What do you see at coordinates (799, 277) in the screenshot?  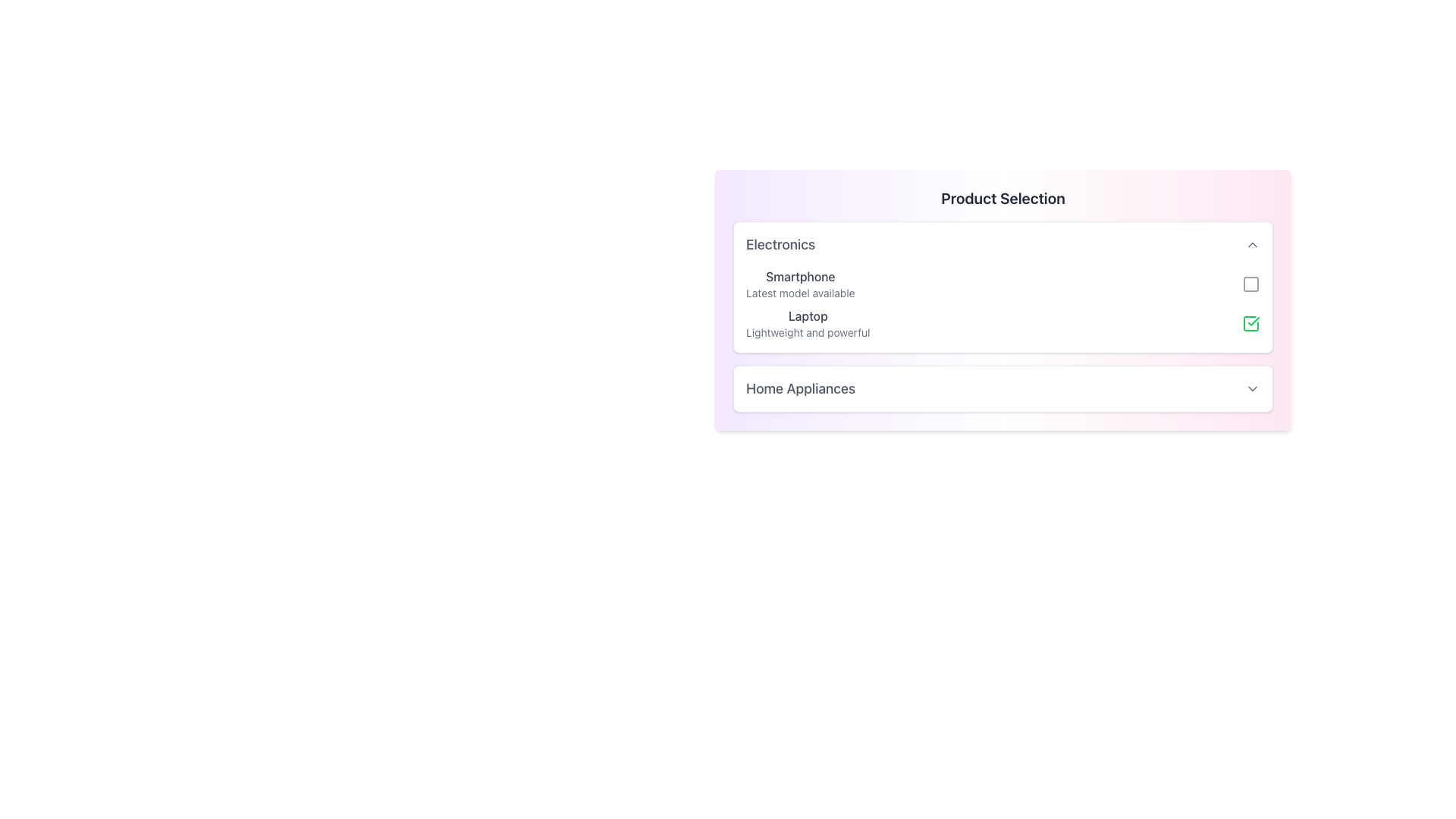 I see `the title text label for the 'Smartphone' product in the 'Electronics' category, located at the top of the section` at bounding box center [799, 277].